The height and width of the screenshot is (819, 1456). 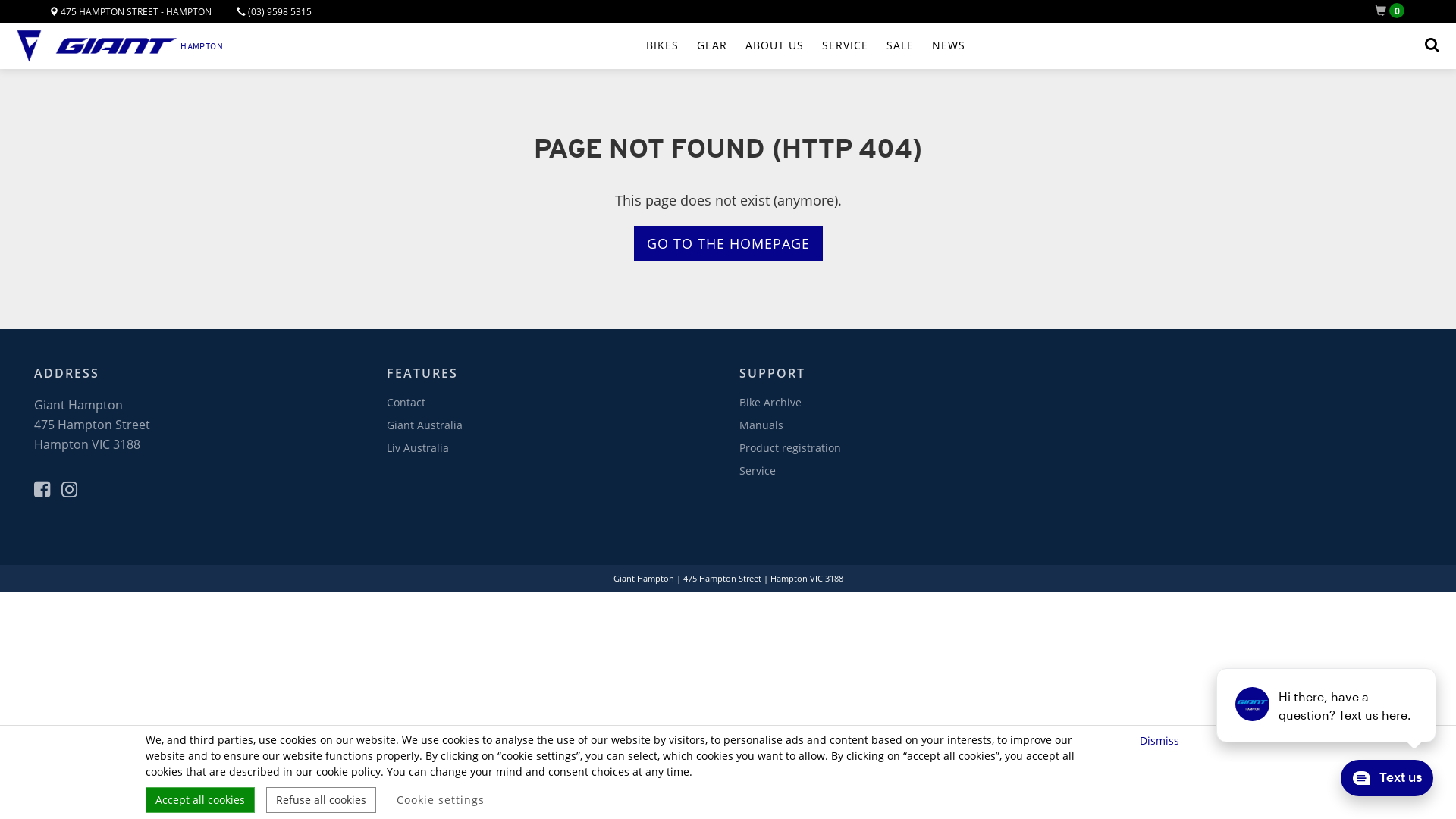 What do you see at coordinates (739, 401) in the screenshot?
I see `'Bike Archive'` at bounding box center [739, 401].